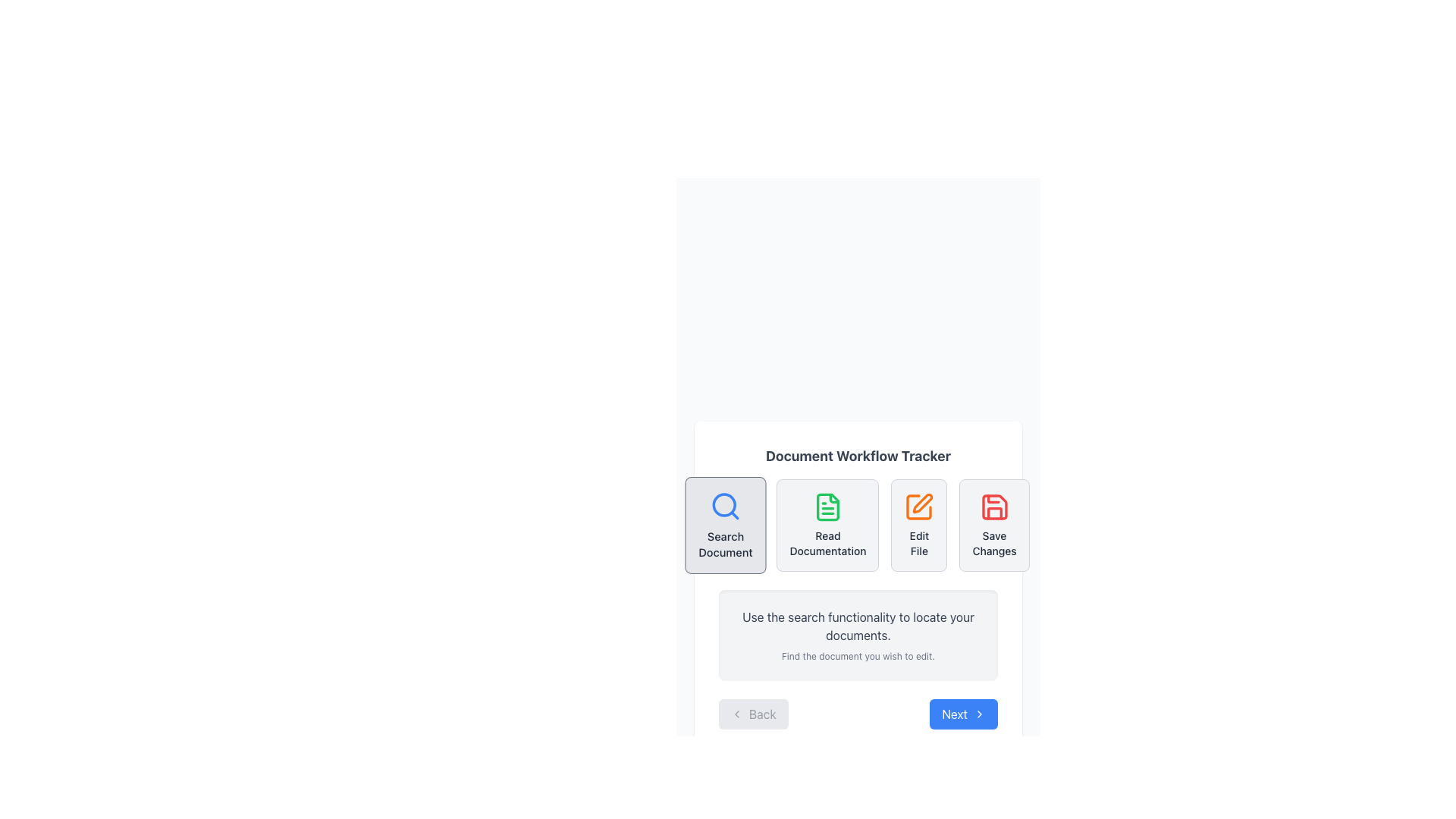  What do you see at coordinates (858, 635) in the screenshot?
I see `instructions displayed in the informational text block with a light gray background and rounded corners, containing the text 'Use the search functionality to locate your documents.' and 'Find the document you wish to edit.'` at bounding box center [858, 635].